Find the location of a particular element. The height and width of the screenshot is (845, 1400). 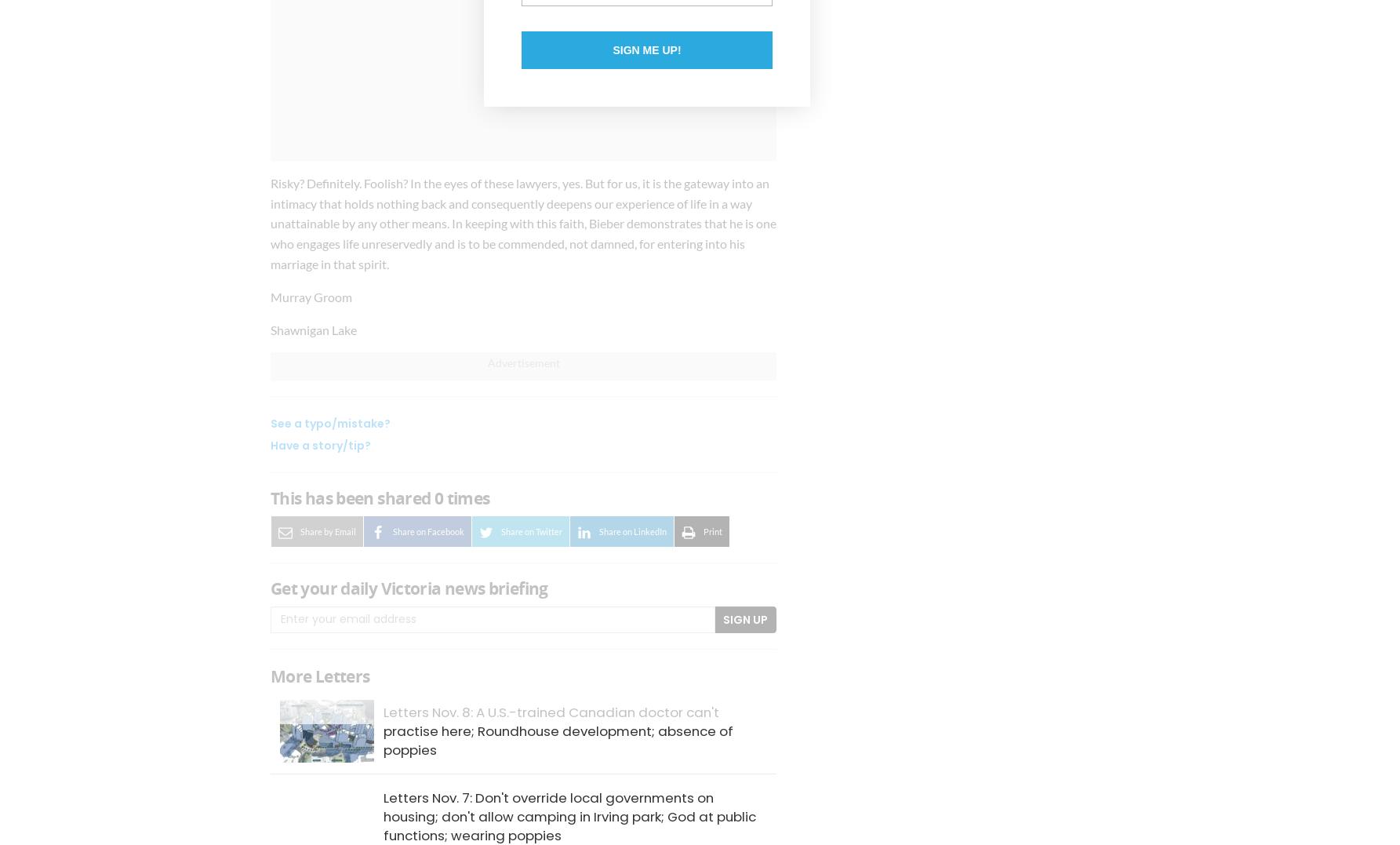

'Have a story/tip?' is located at coordinates (319, 446).